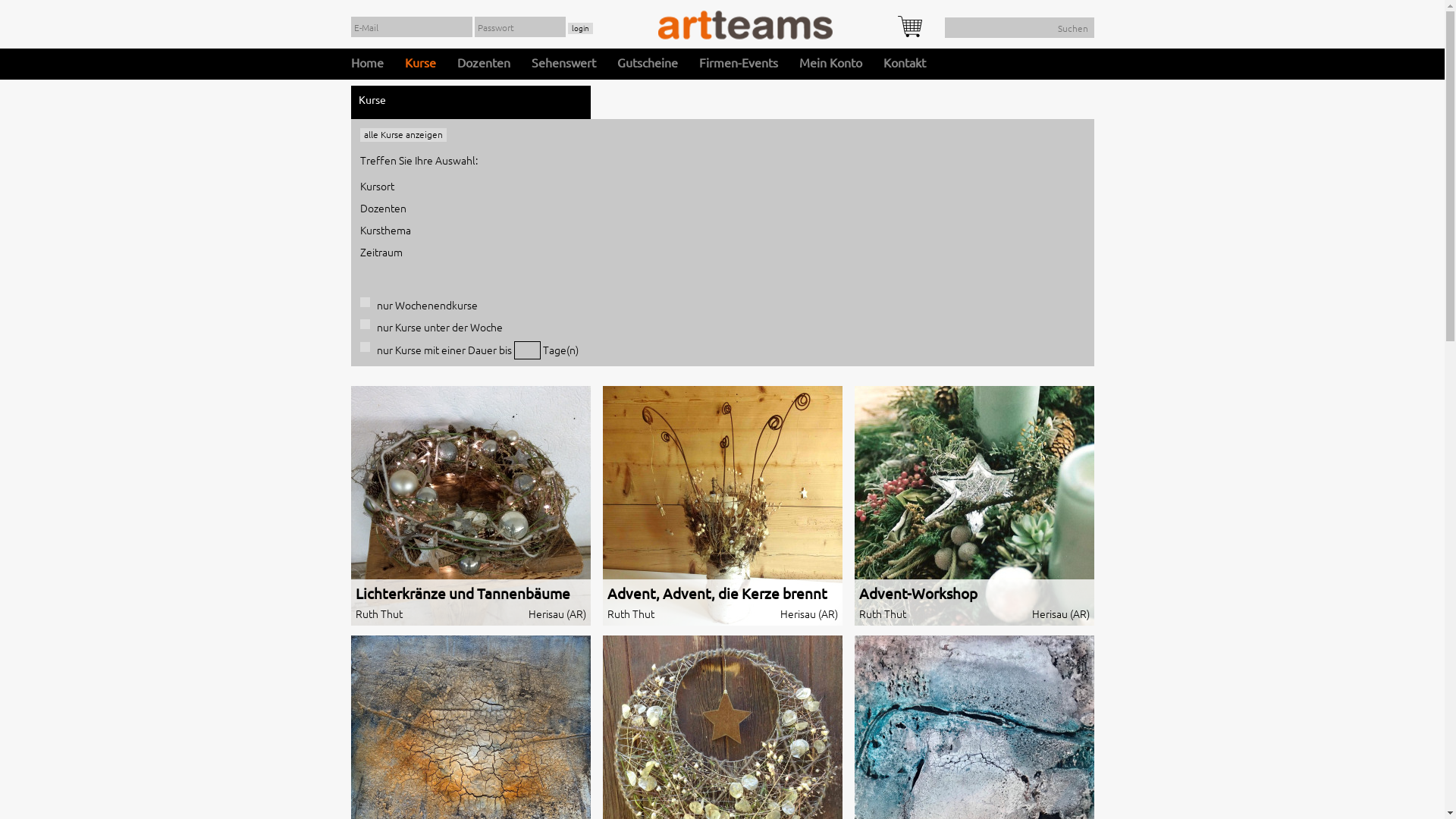 This screenshot has width=1456, height=819. Describe the element at coordinates (579, 28) in the screenshot. I see `'login'` at that location.